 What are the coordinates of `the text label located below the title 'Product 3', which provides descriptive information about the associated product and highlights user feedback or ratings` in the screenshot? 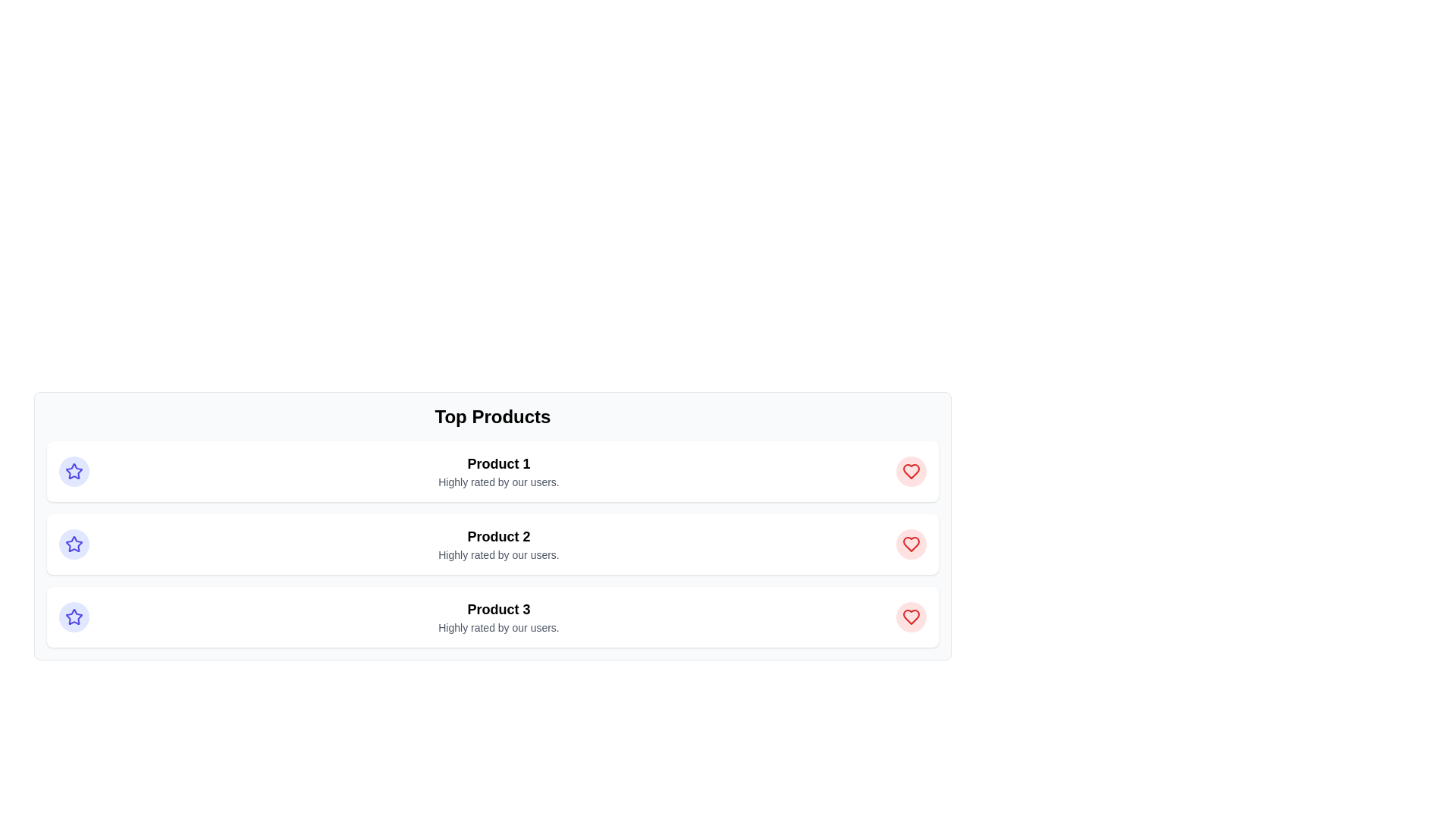 It's located at (498, 628).